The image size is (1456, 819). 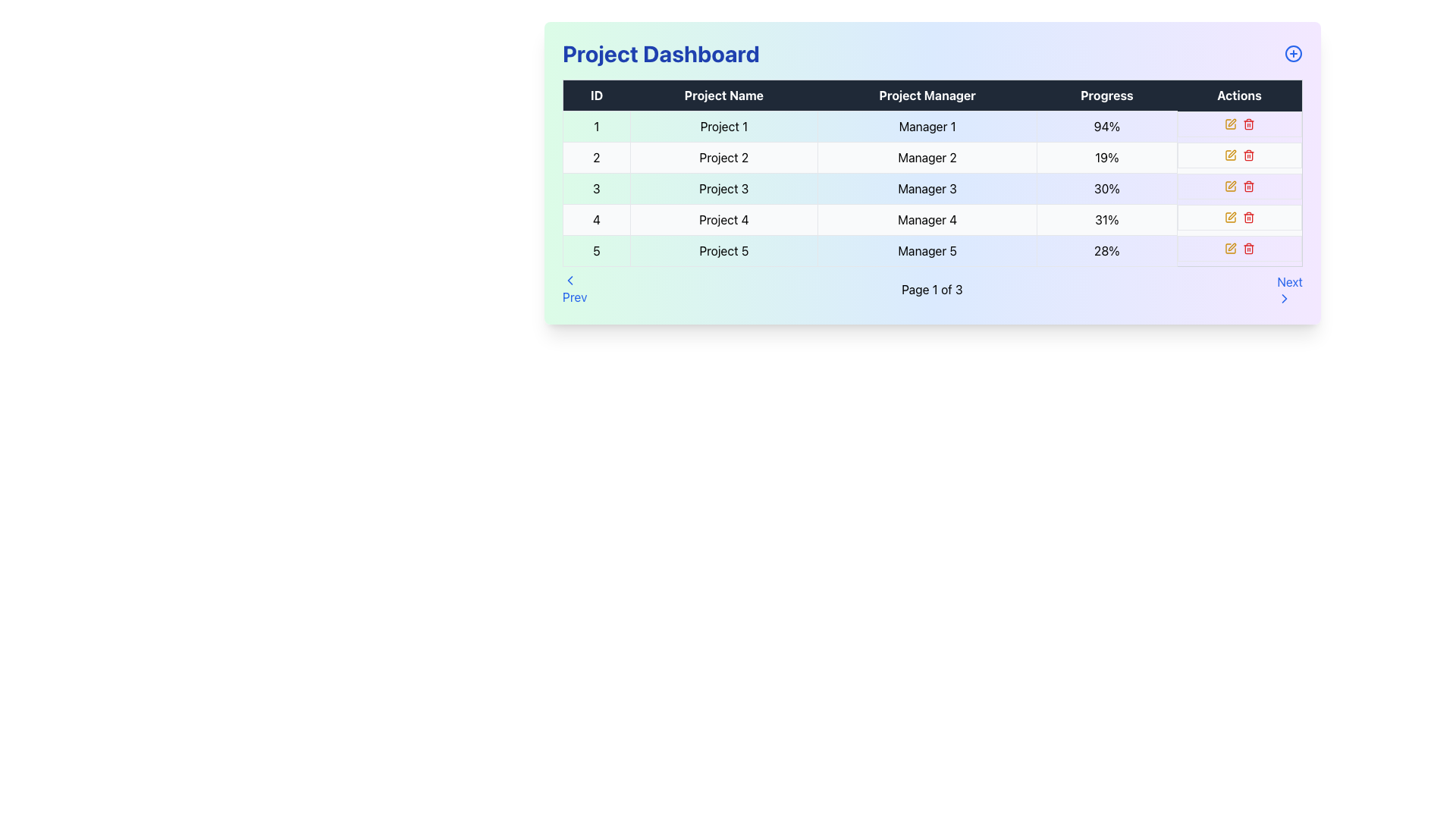 What do you see at coordinates (595, 188) in the screenshot?
I see `the numeral '3' displayed in light green background within the 'ID' column of the table` at bounding box center [595, 188].